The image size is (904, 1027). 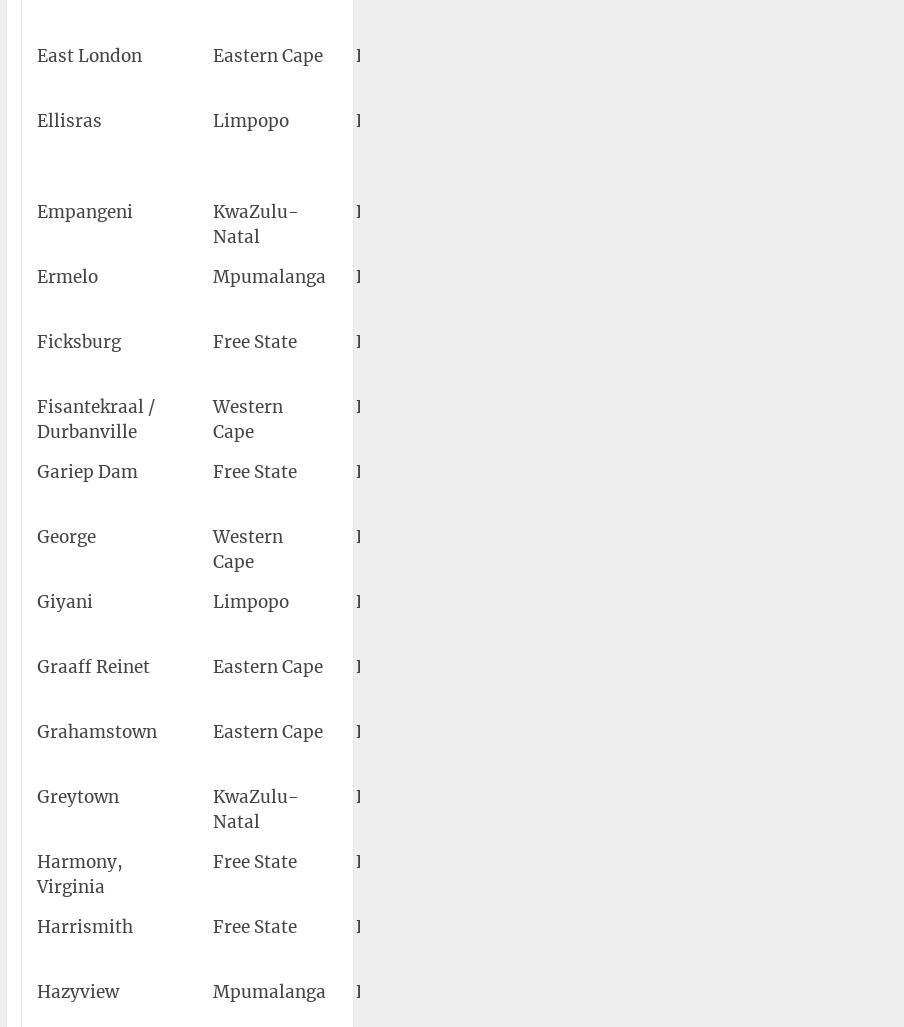 What do you see at coordinates (35, 120) in the screenshot?
I see `'Ellisras'` at bounding box center [35, 120].